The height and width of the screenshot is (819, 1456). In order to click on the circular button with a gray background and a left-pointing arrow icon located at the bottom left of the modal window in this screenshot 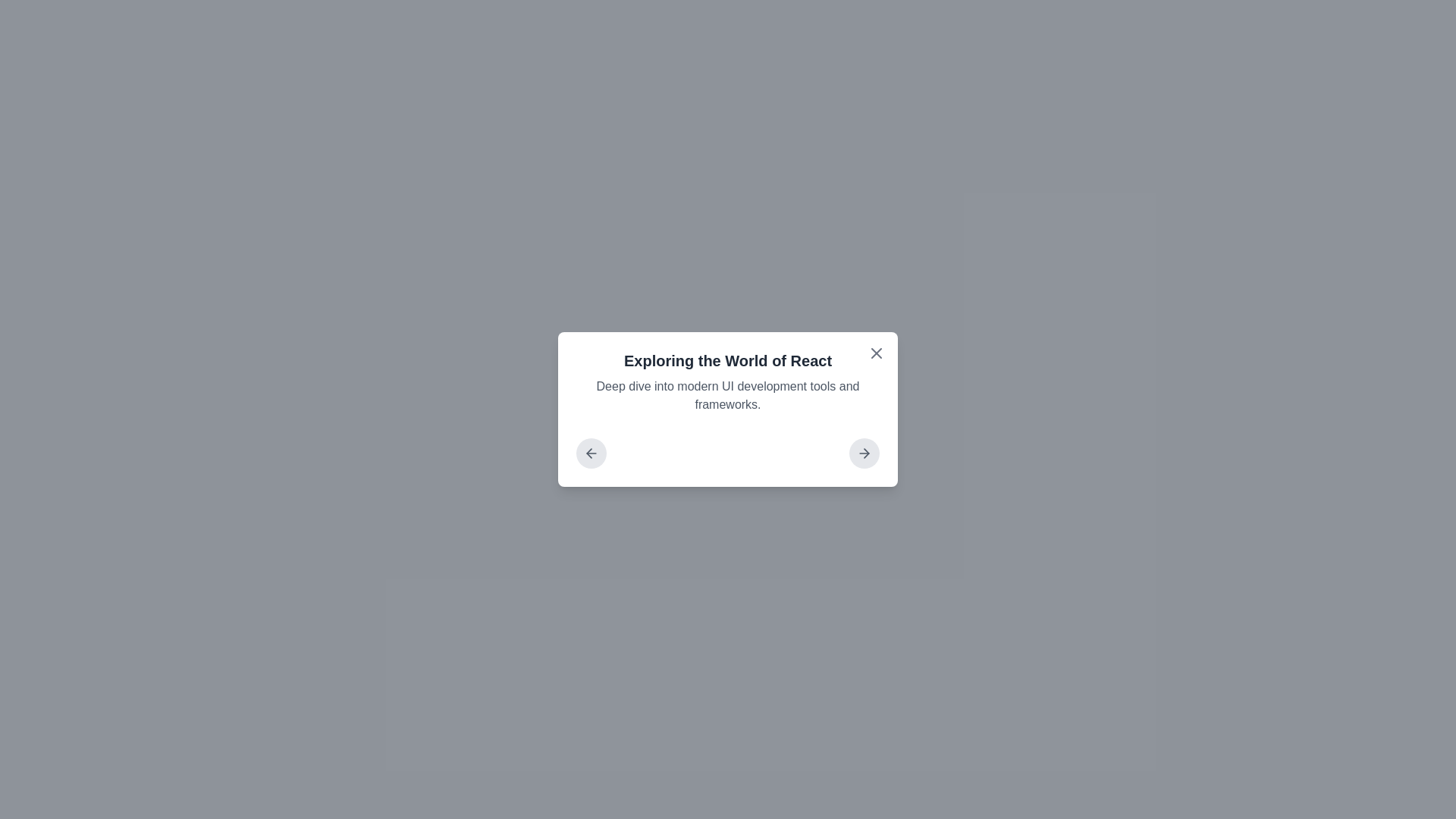, I will do `click(590, 452)`.